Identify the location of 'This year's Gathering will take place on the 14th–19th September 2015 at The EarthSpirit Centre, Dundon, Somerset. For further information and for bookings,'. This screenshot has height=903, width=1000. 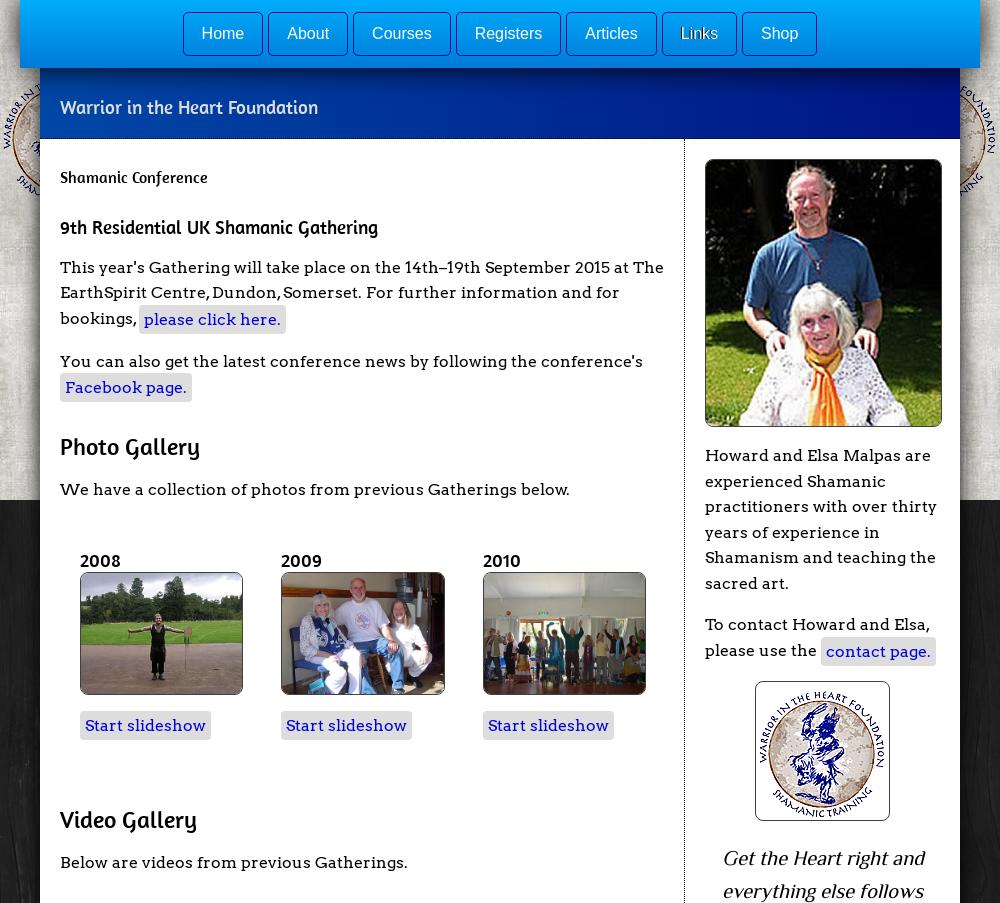
(361, 291).